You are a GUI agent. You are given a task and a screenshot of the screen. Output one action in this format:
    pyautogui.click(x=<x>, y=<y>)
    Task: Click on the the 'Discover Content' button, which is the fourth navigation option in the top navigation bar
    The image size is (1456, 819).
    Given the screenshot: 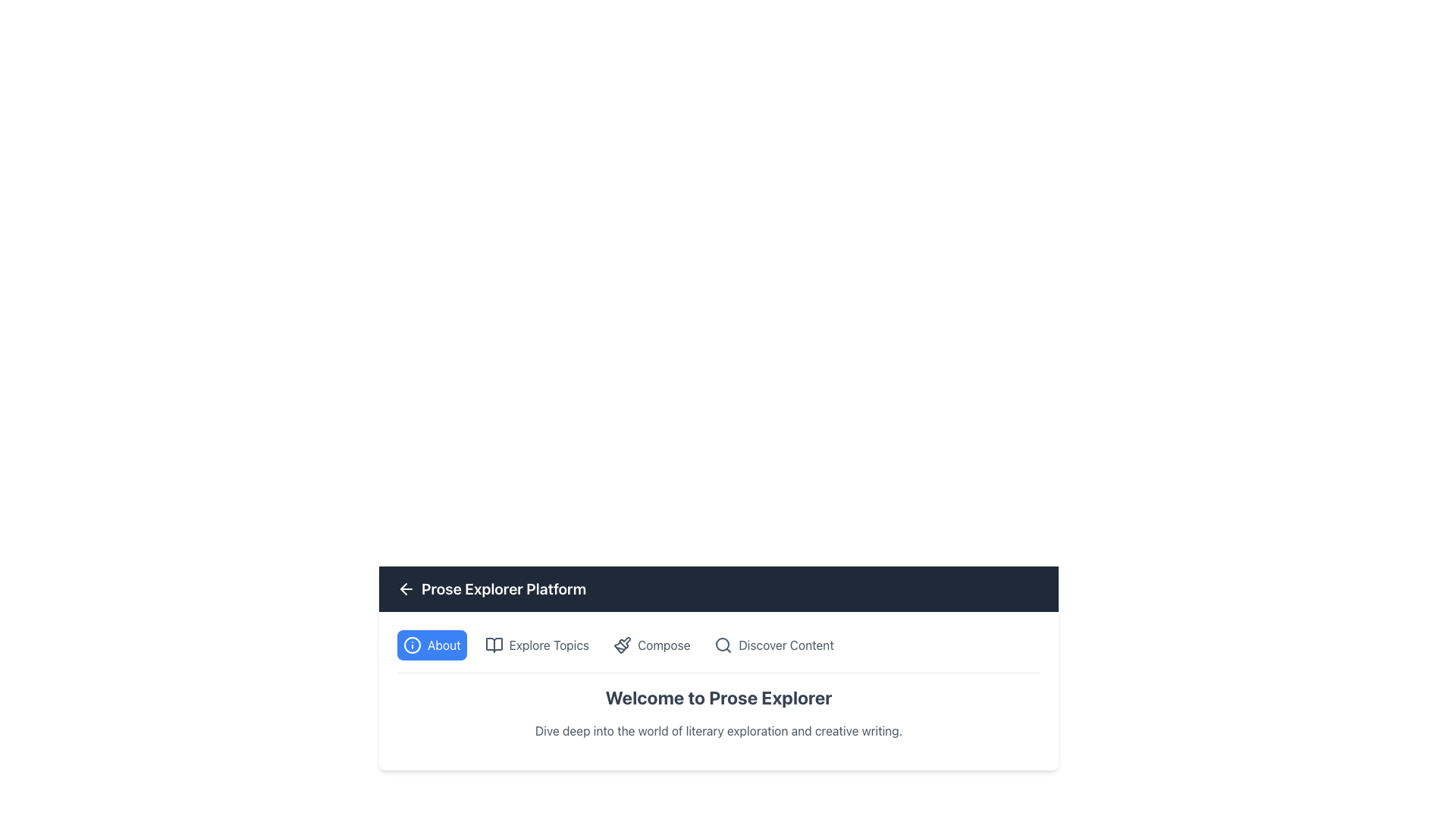 What is the action you would take?
    pyautogui.click(x=774, y=645)
    